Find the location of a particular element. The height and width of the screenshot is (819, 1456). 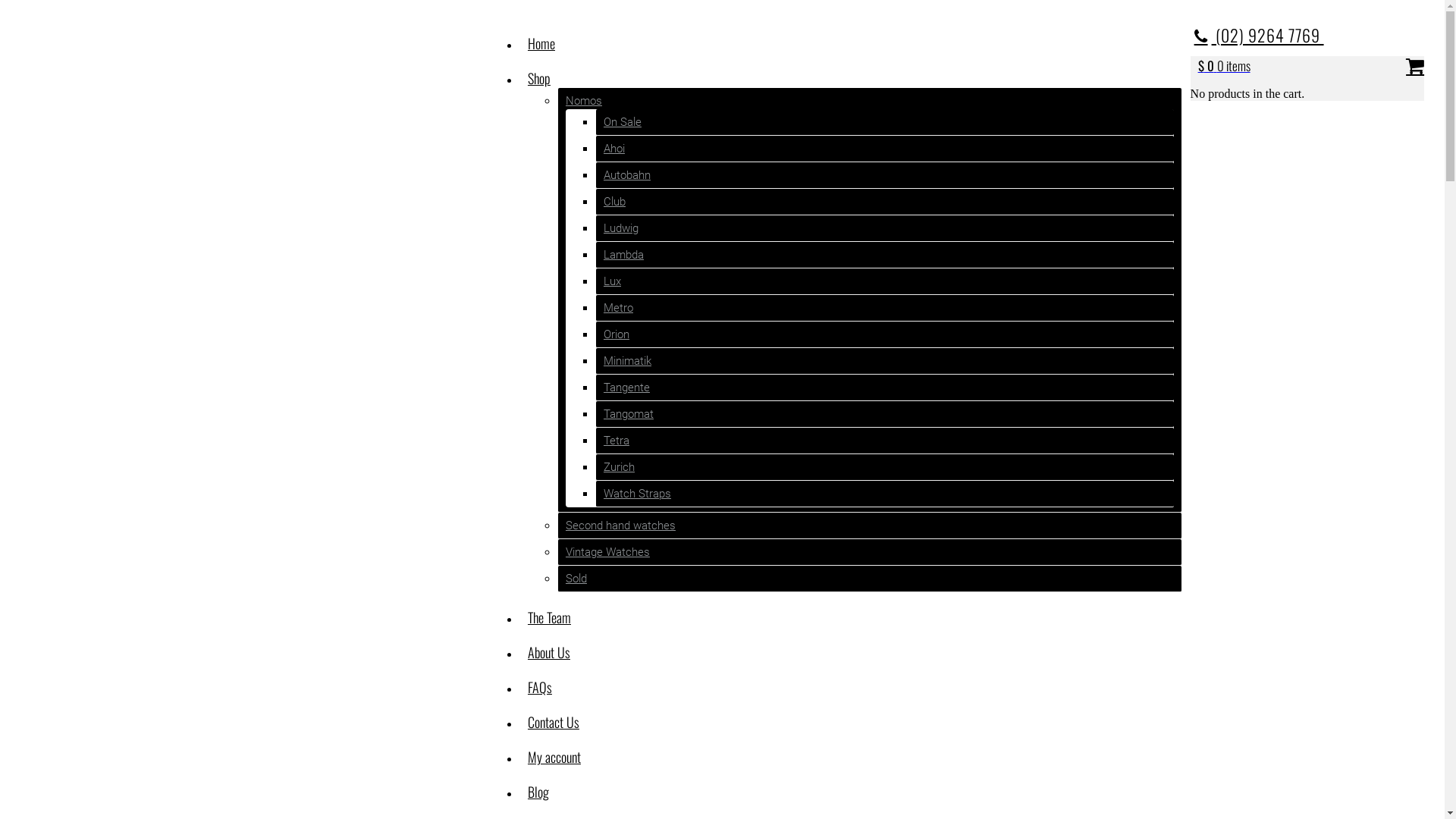

'Watch Straps' is located at coordinates (637, 494).